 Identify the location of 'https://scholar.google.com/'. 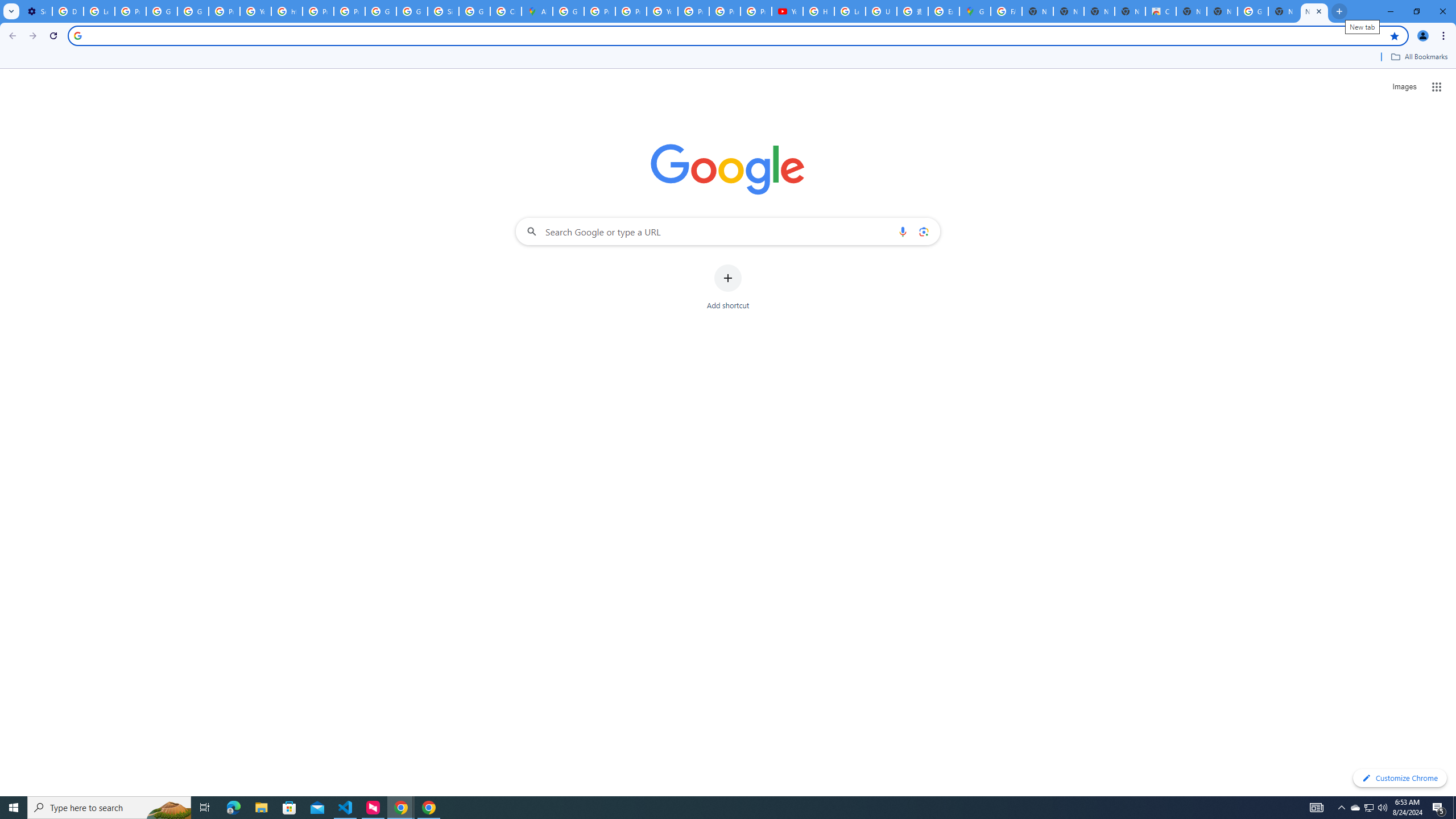
(287, 11).